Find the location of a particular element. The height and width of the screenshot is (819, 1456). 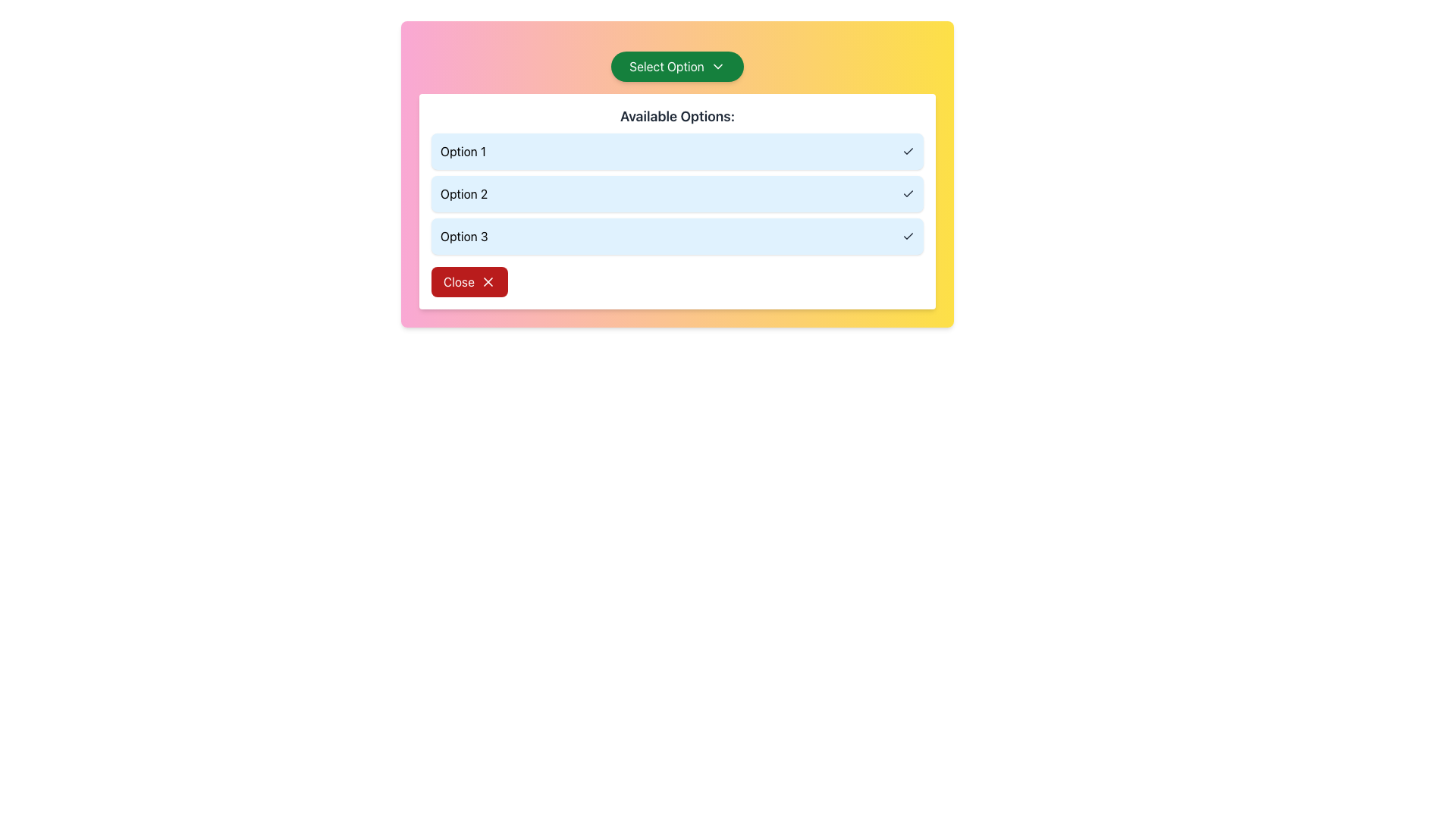

the text label 'Option 3', which is the third item in a vertically stacked list of selectable options within a light blue box is located at coordinates (463, 237).